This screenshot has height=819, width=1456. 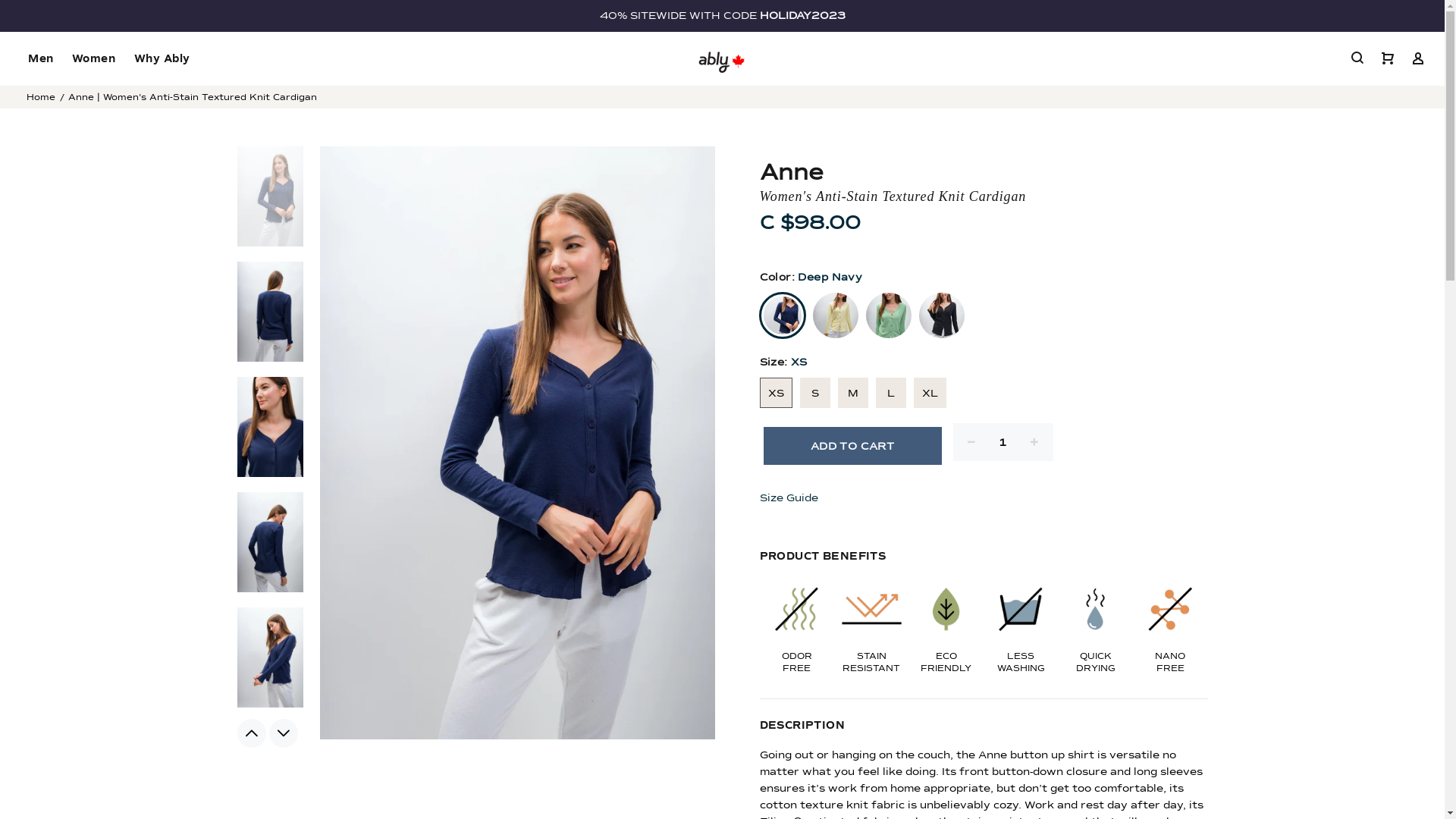 I want to click on 'Butter', so click(x=811, y=315).